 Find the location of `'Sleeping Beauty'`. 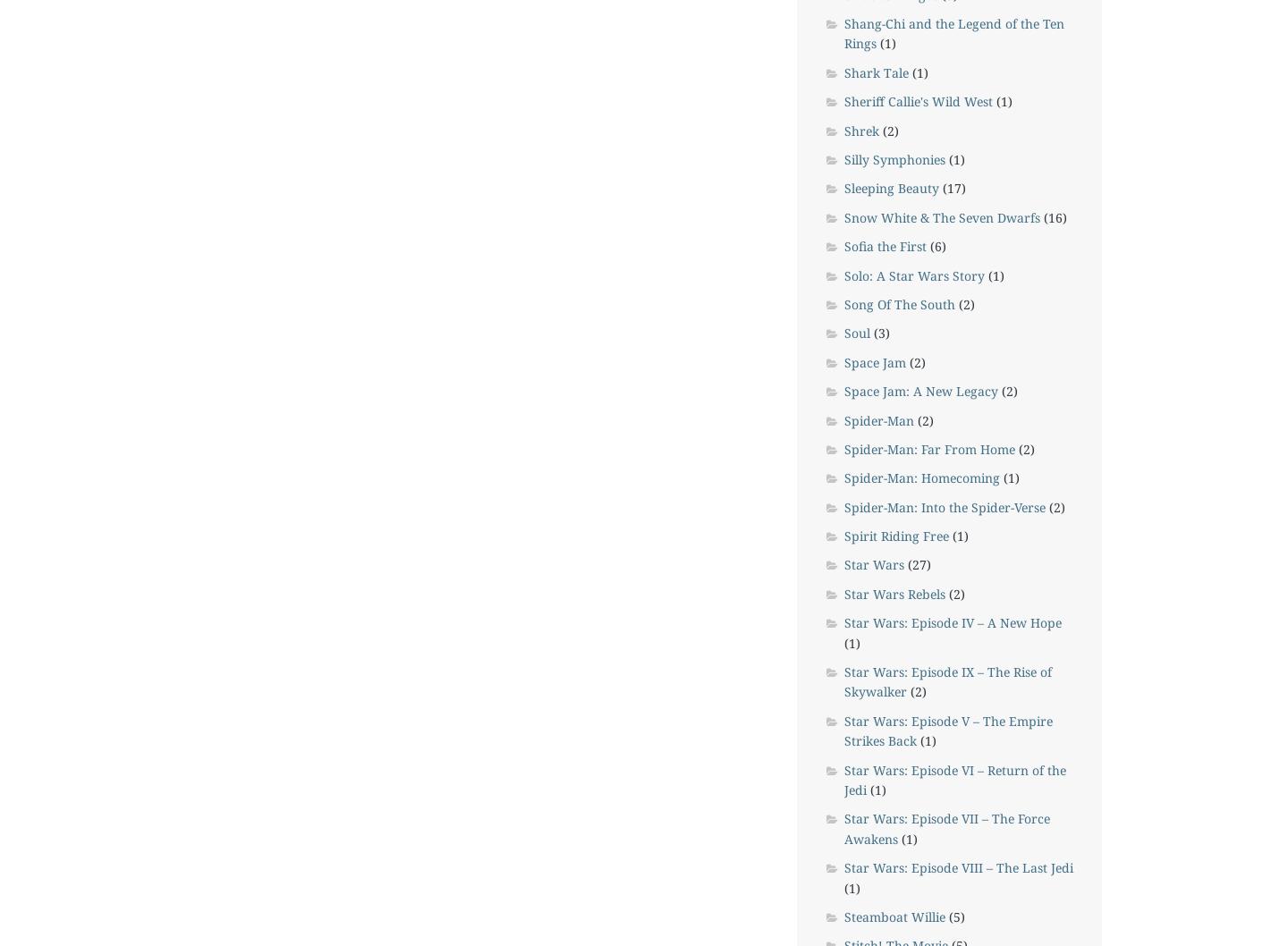

'Sleeping Beauty' is located at coordinates (890, 188).